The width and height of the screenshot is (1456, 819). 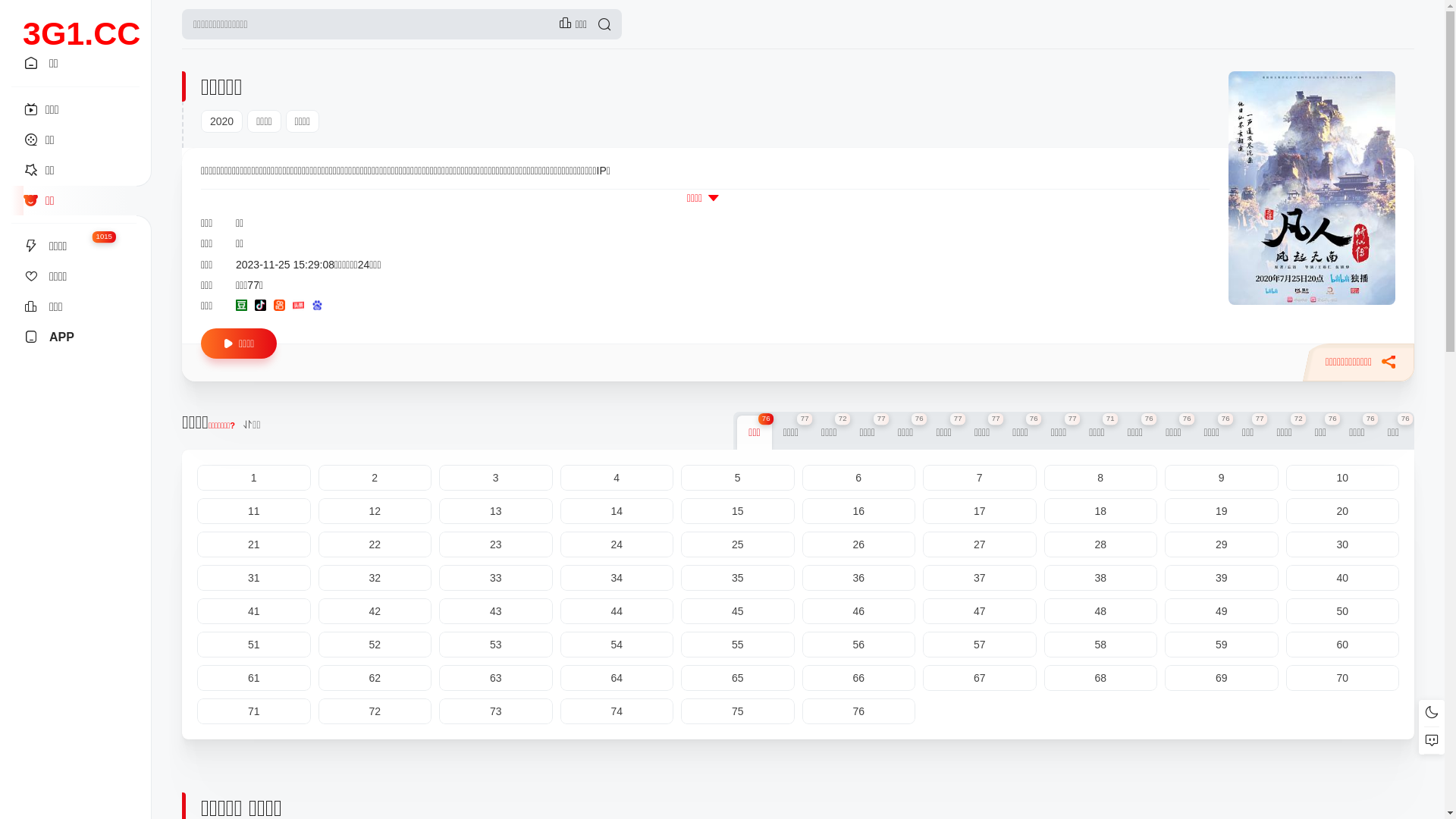 What do you see at coordinates (375, 610) in the screenshot?
I see `'42'` at bounding box center [375, 610].